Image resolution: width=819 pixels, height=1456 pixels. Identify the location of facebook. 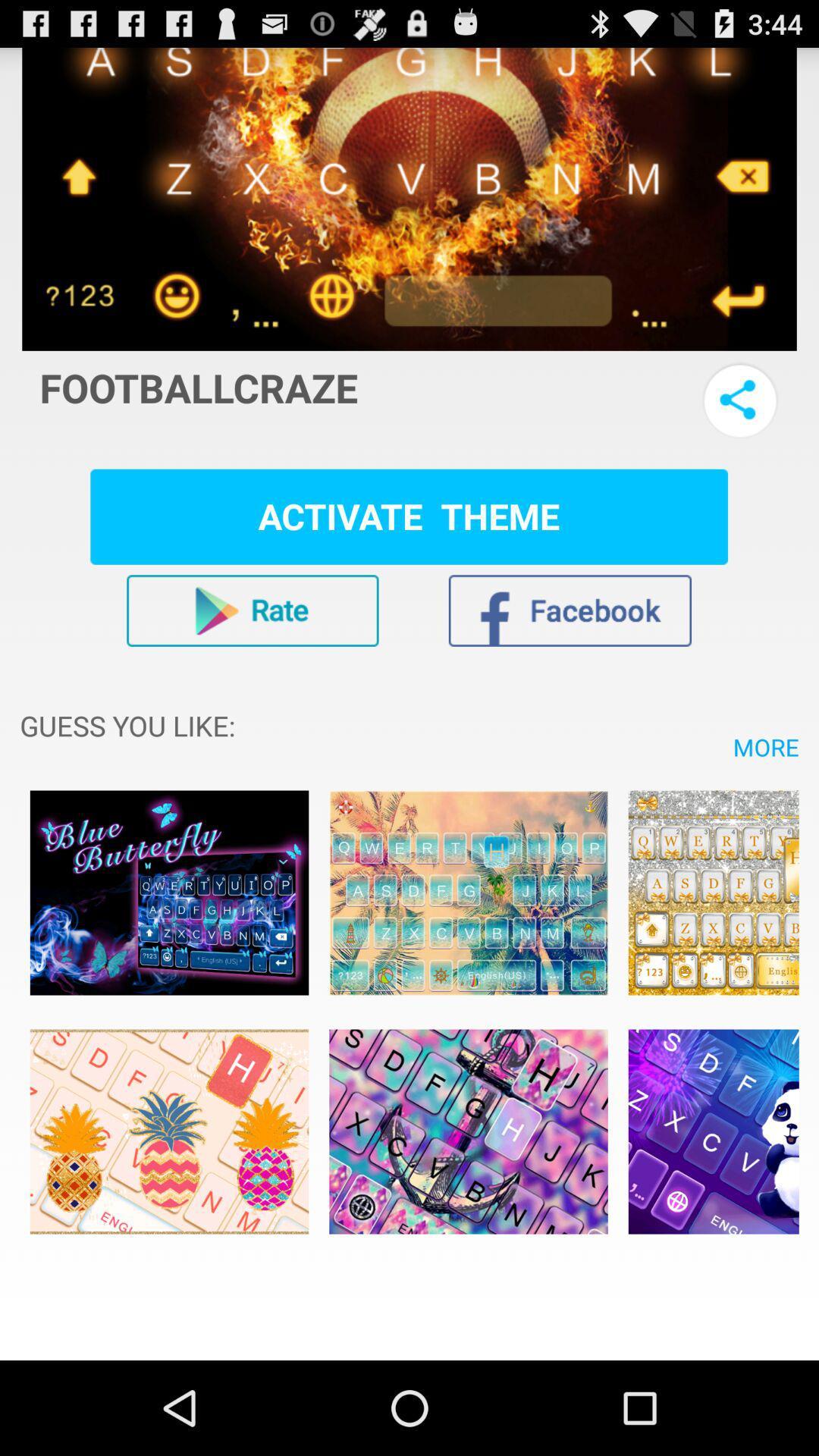
(570, 610).